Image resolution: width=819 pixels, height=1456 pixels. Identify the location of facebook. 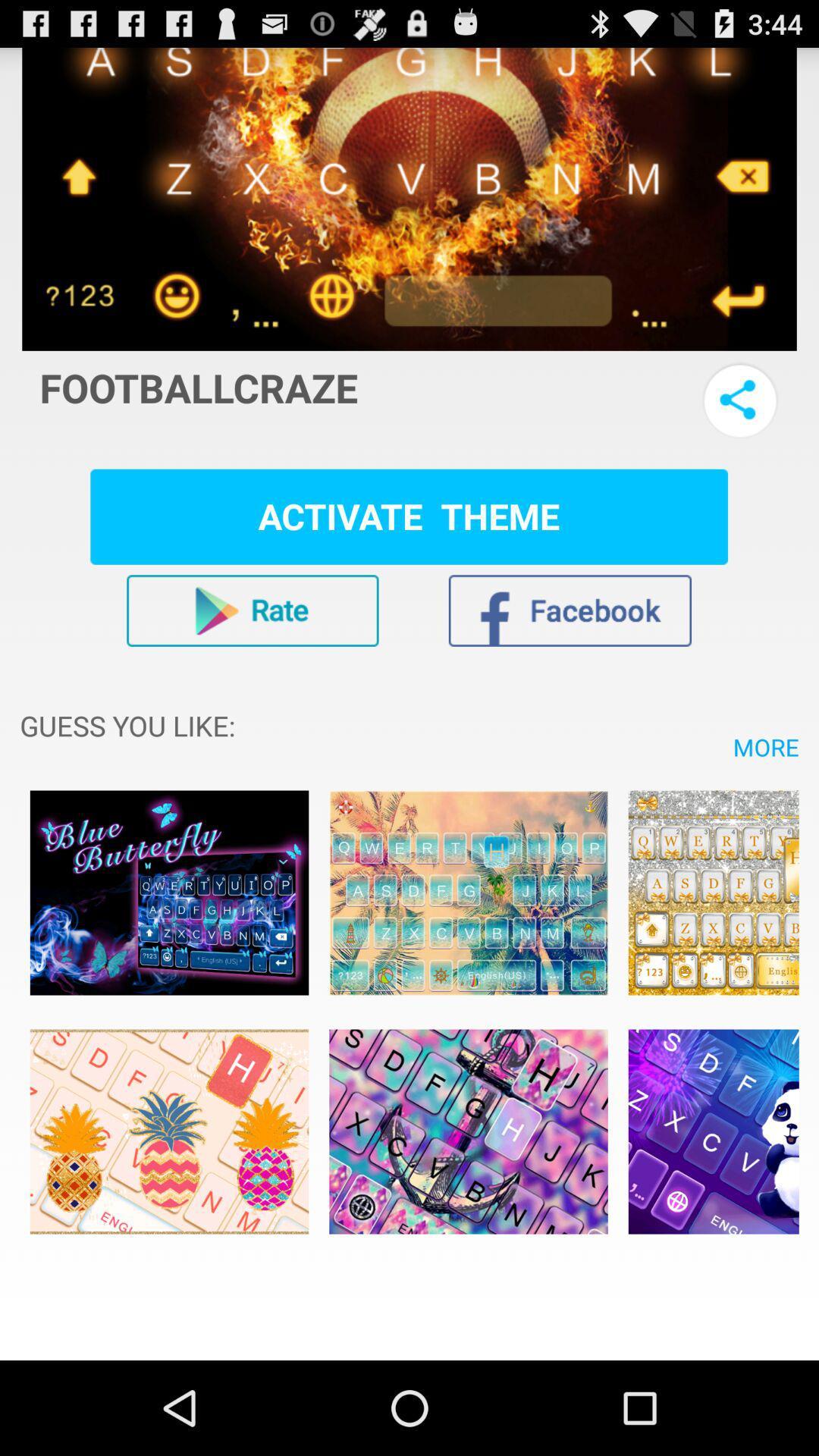
(570, 610).